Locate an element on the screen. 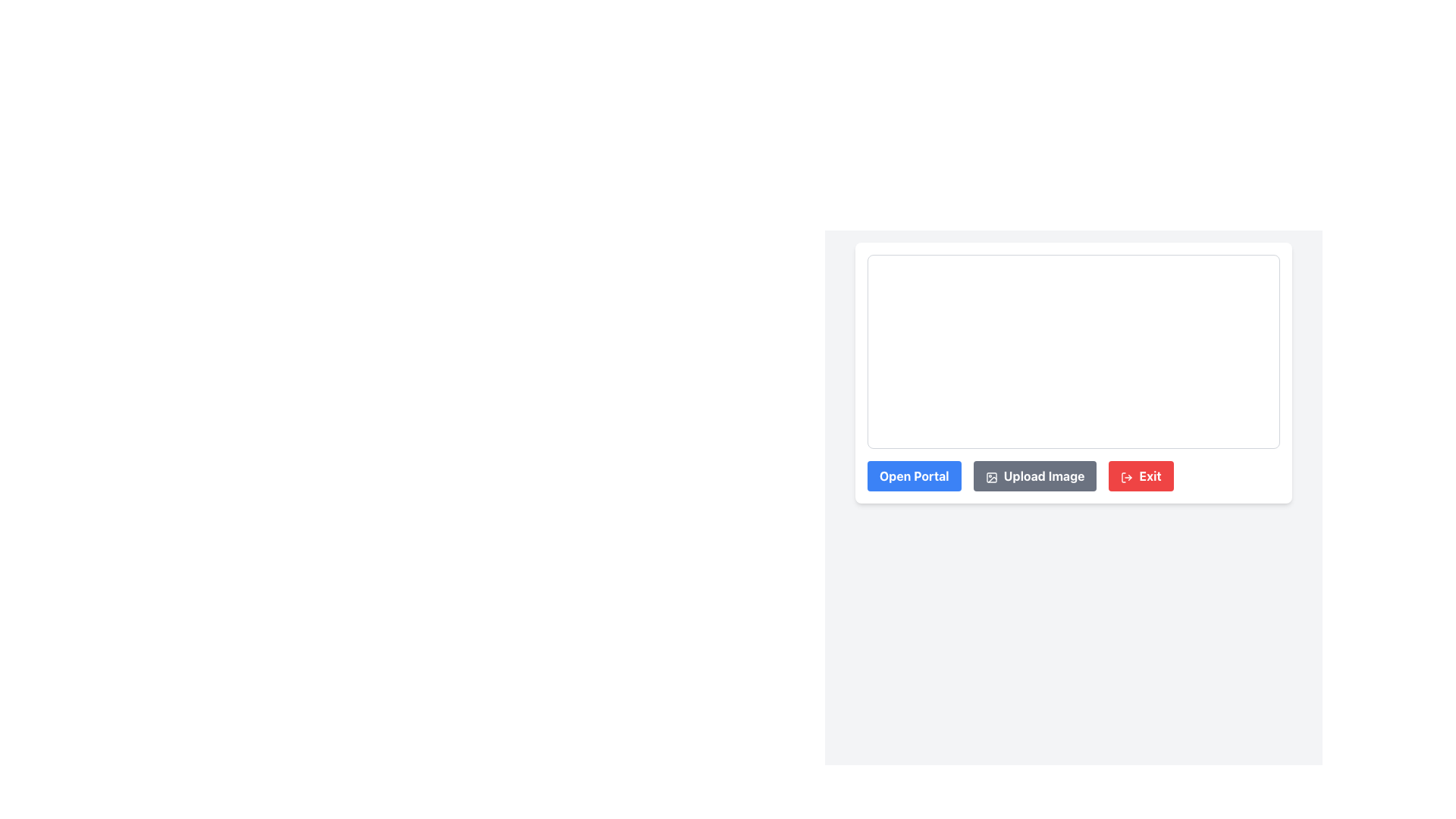 The width and height of the screenshot is (1456, 819). the icon that serves as a visual representation for the 'Upload Image' button, located to the left of the button's text is located at coordinates (991, 476).